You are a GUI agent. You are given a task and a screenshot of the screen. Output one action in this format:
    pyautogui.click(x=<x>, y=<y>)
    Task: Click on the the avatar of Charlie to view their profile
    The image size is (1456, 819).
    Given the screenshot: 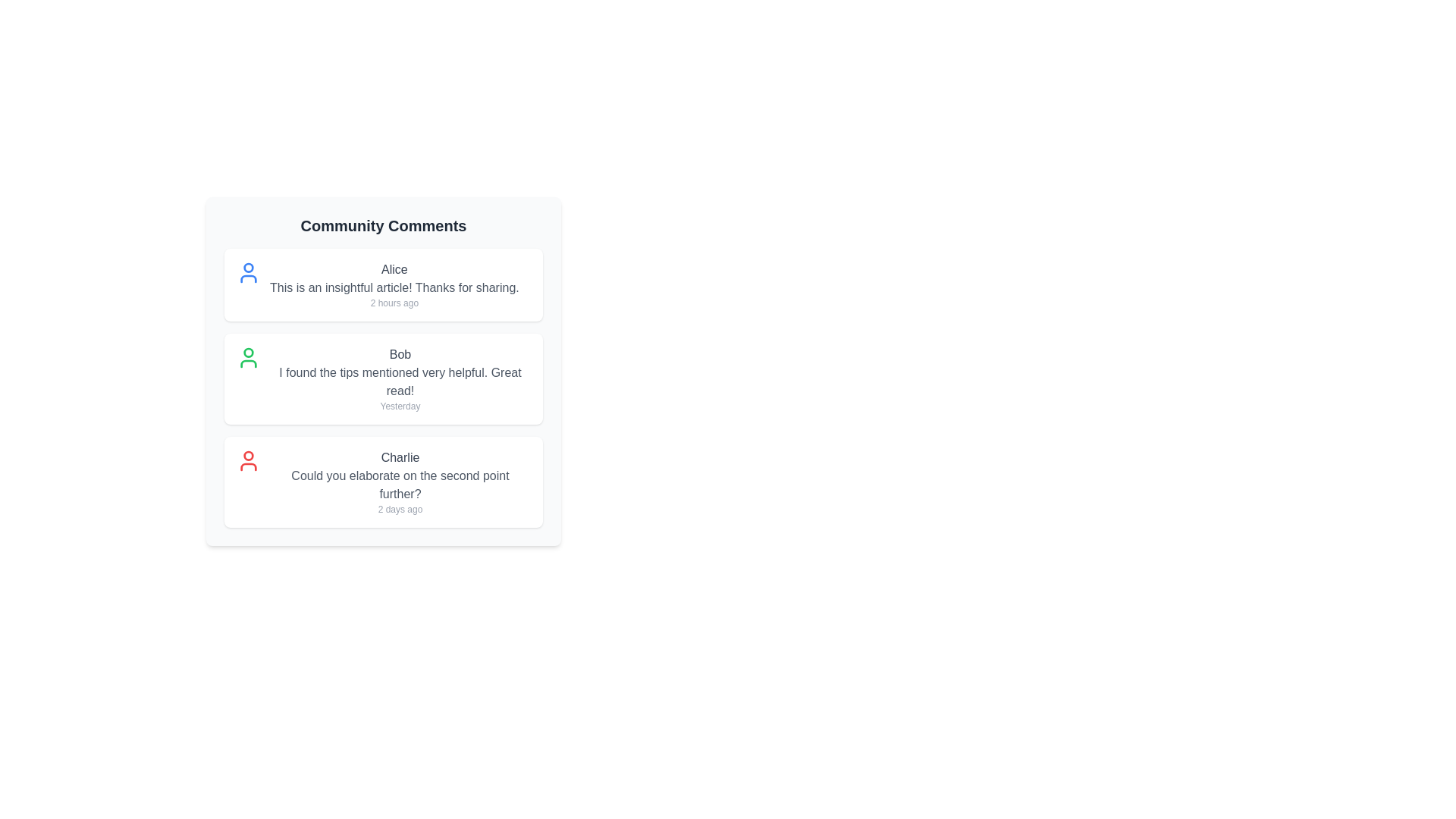 What is the action you would take?
    pyautogui.click(x=248, y=460)
    